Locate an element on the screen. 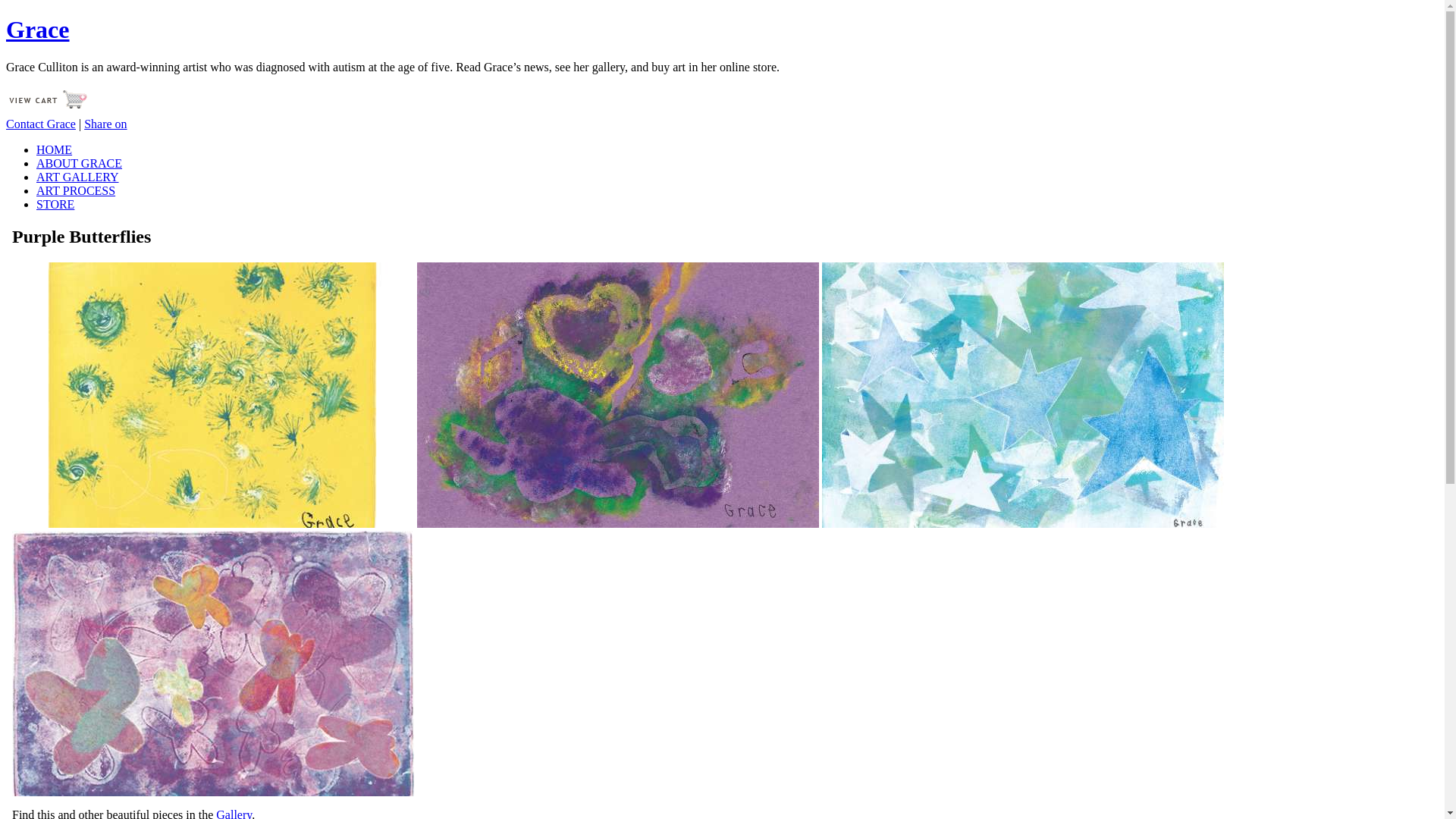  'ART GALLERY' is located at coordinates (36, 176).